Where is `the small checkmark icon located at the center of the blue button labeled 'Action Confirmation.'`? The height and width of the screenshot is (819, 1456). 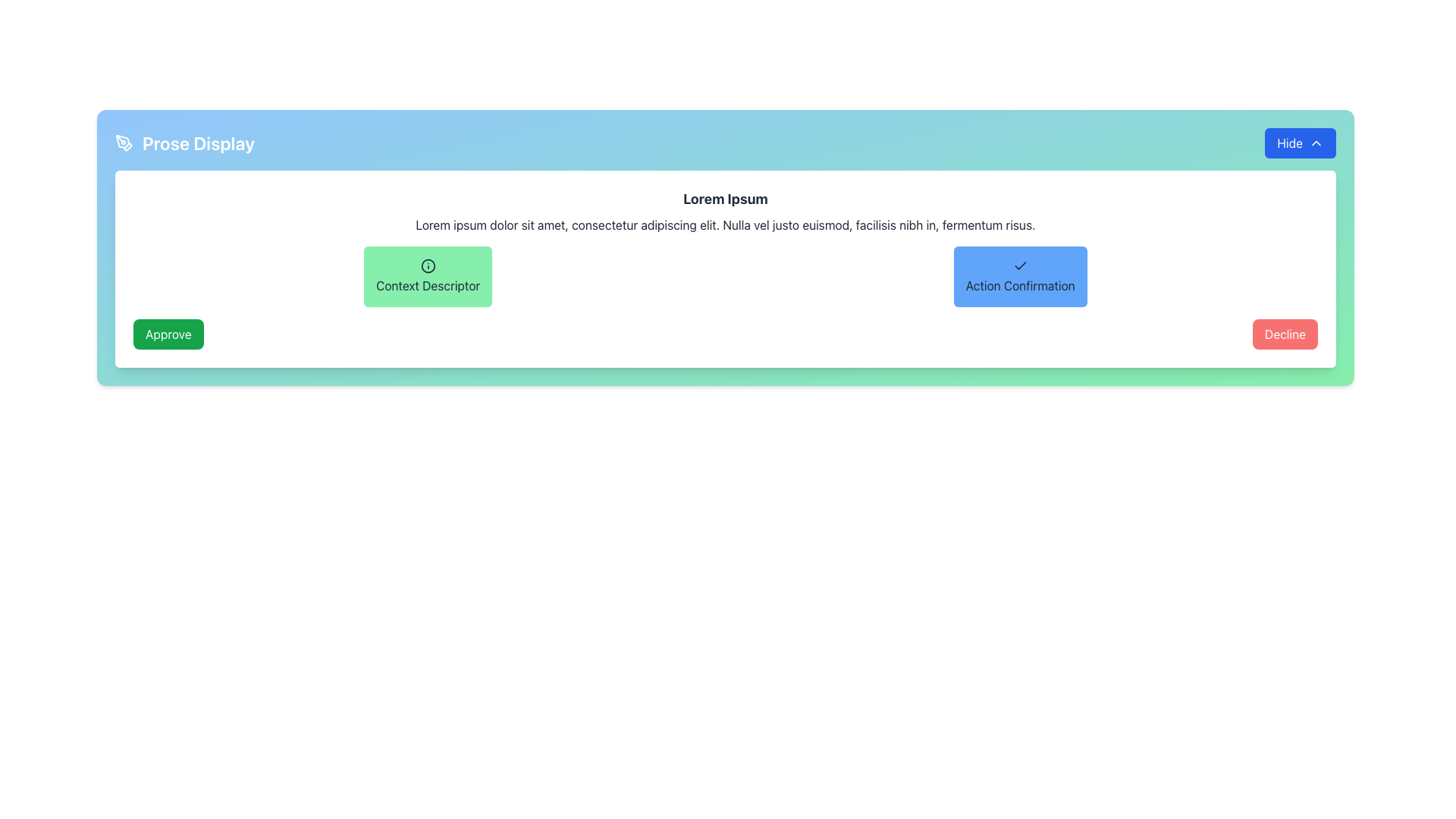 the small checkmark icon located at the center of the blue button labeled 'Action Confirmation.' is located at coordinates (1020, 265).